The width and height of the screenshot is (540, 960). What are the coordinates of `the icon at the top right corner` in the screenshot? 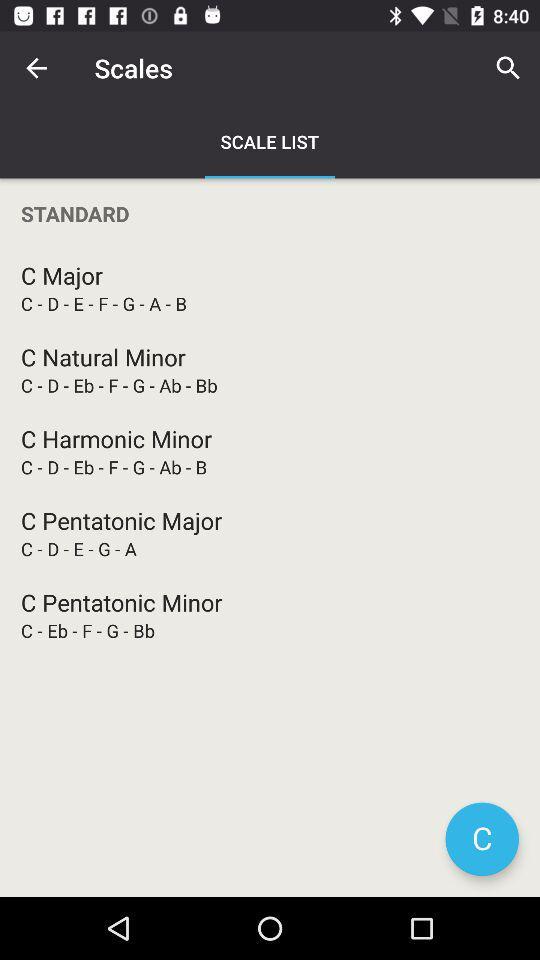 It's located at (508, 68).